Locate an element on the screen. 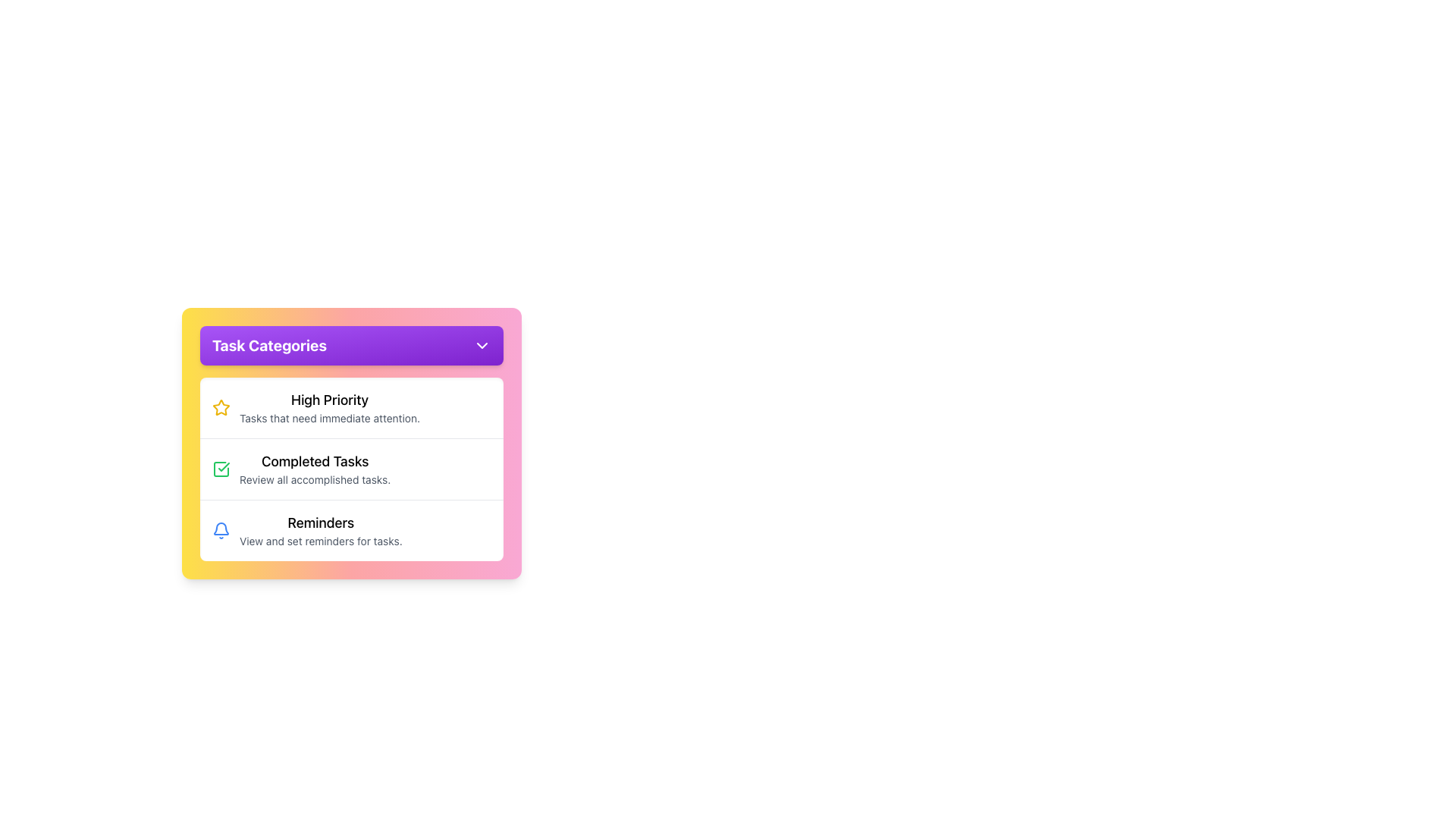  the bell icon located to the left of the 'Reminders' label in the 'Task Categories' section, which is the third icon in the list is located at coordinates (221, 529).